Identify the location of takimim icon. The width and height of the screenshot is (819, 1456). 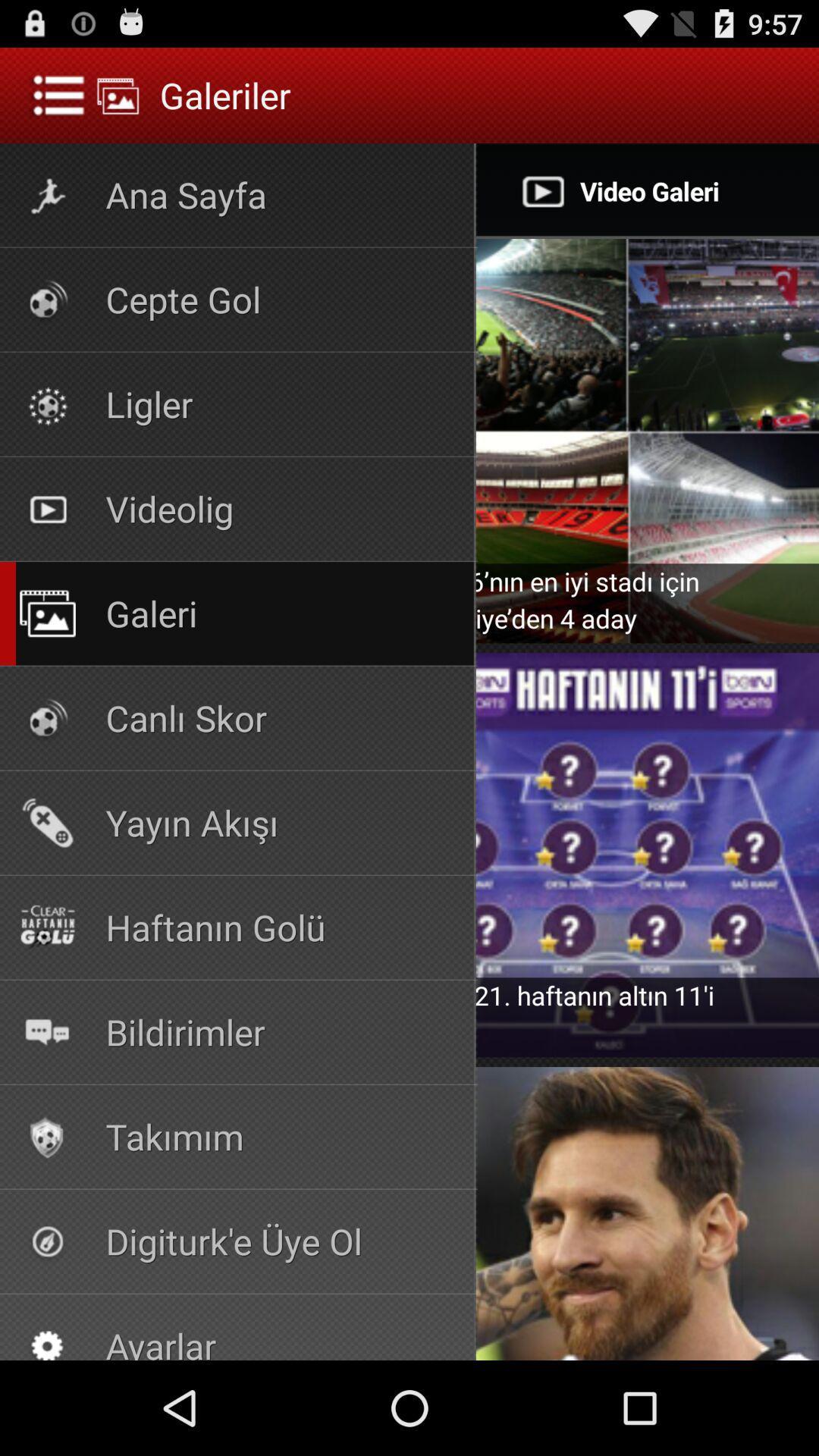
(46, 1137).